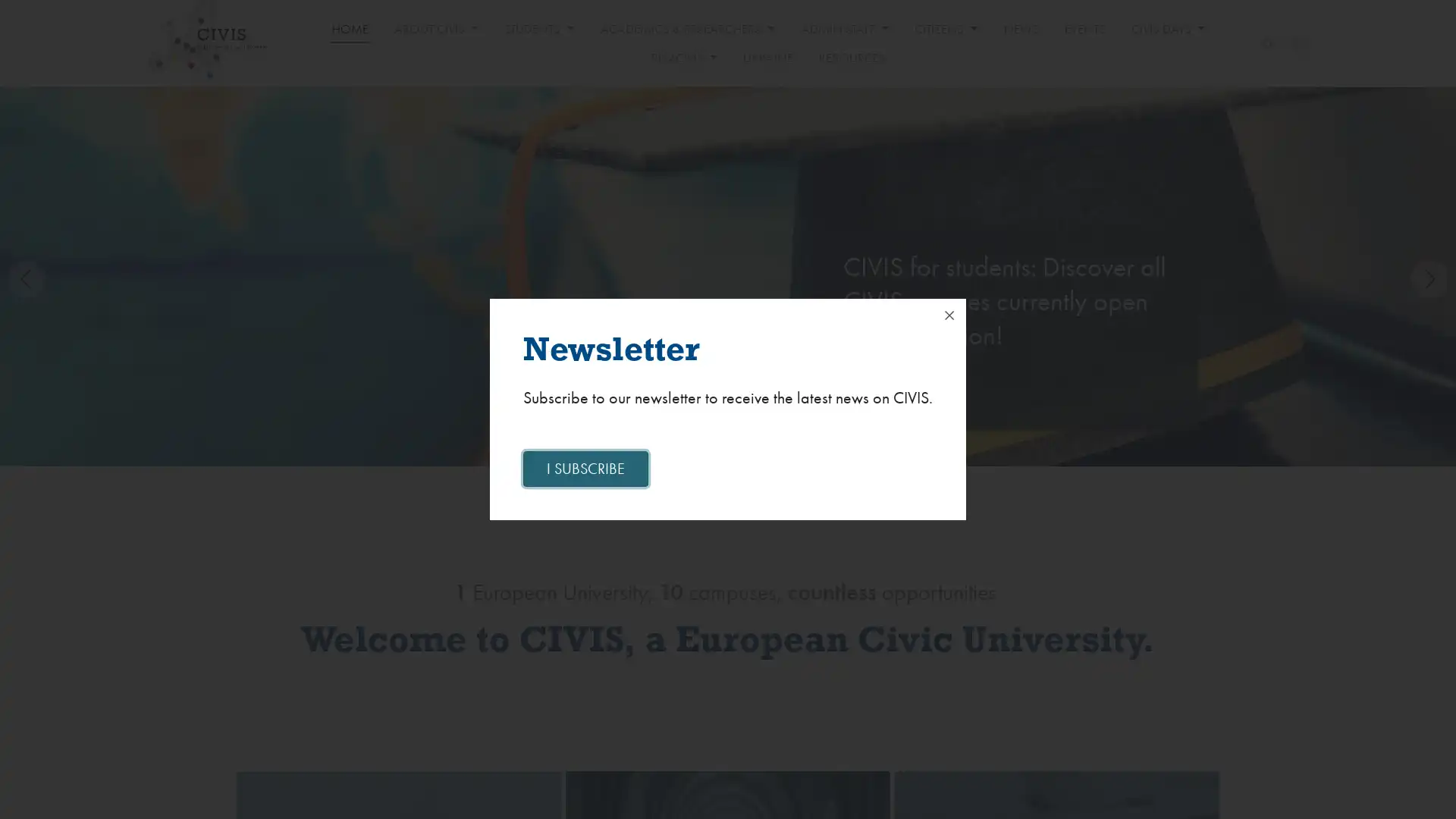  I want to click on Previous slide, so click(26, 278).